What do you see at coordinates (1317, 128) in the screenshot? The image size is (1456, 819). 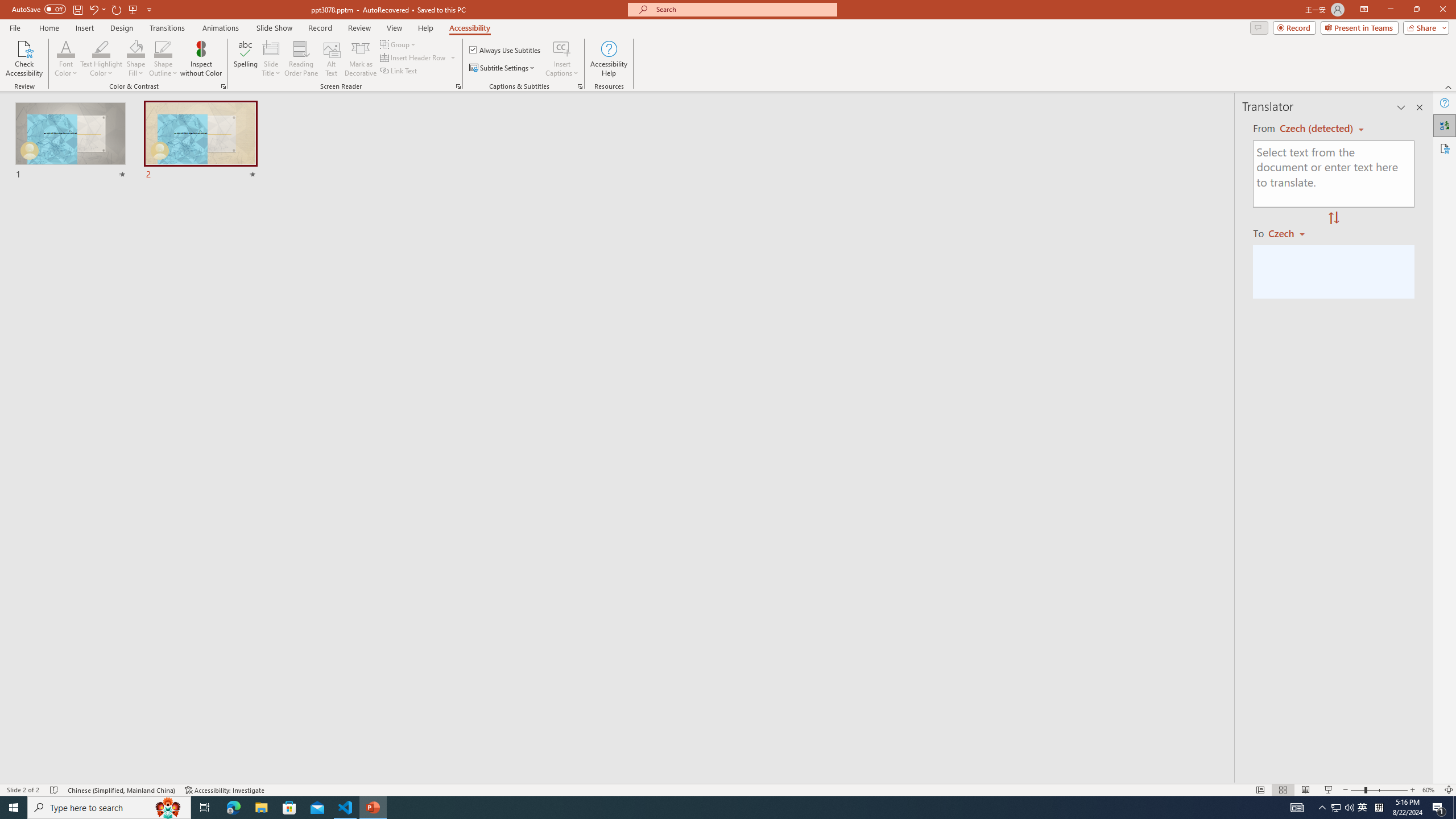 I see `'Czech (detected)'` at bounding box center [1317, 128].